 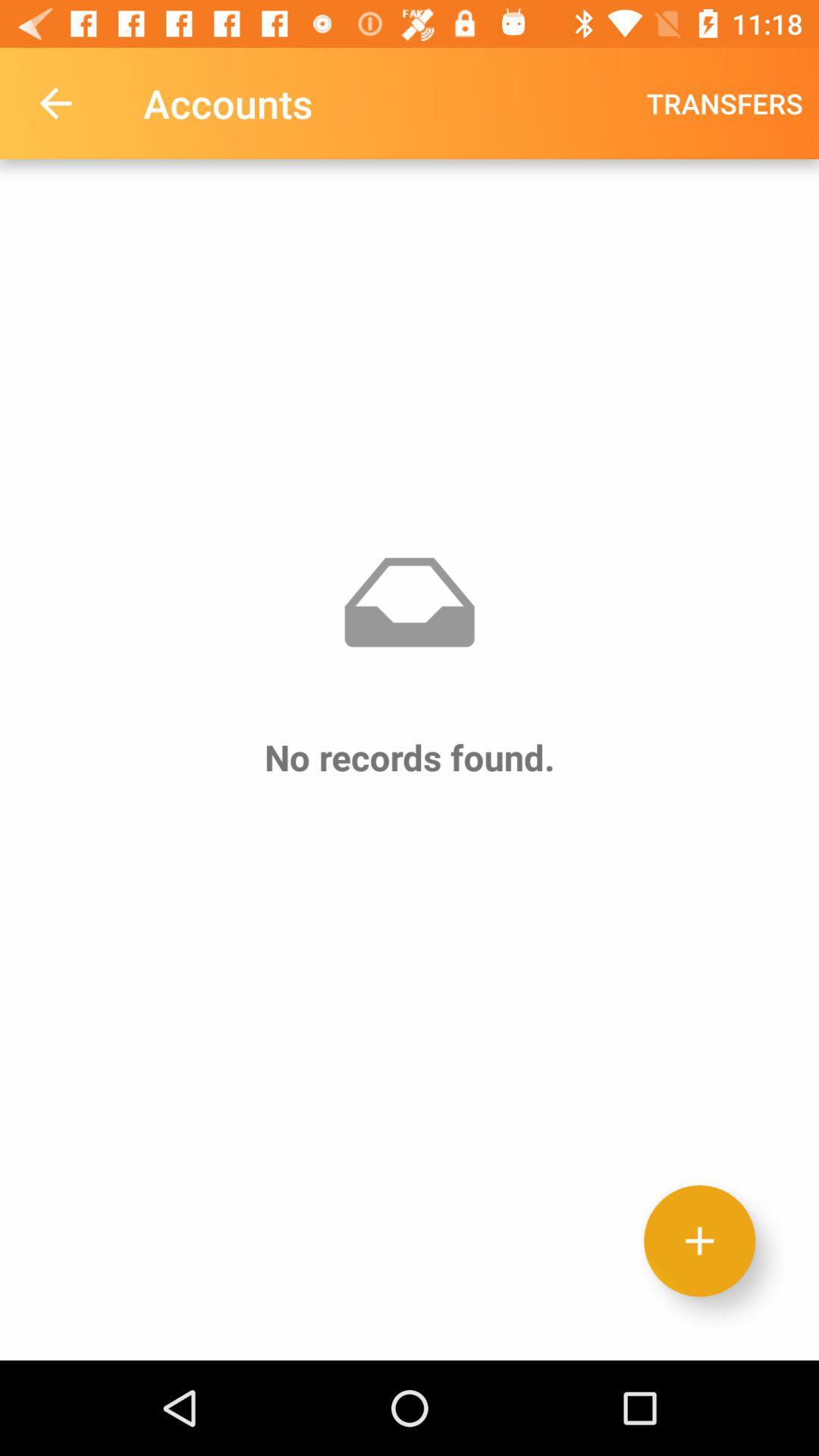 What do you see at coordinates (699, 1241) in the screenshot?
I see `the add icon` at bounding box center [699, 1241].